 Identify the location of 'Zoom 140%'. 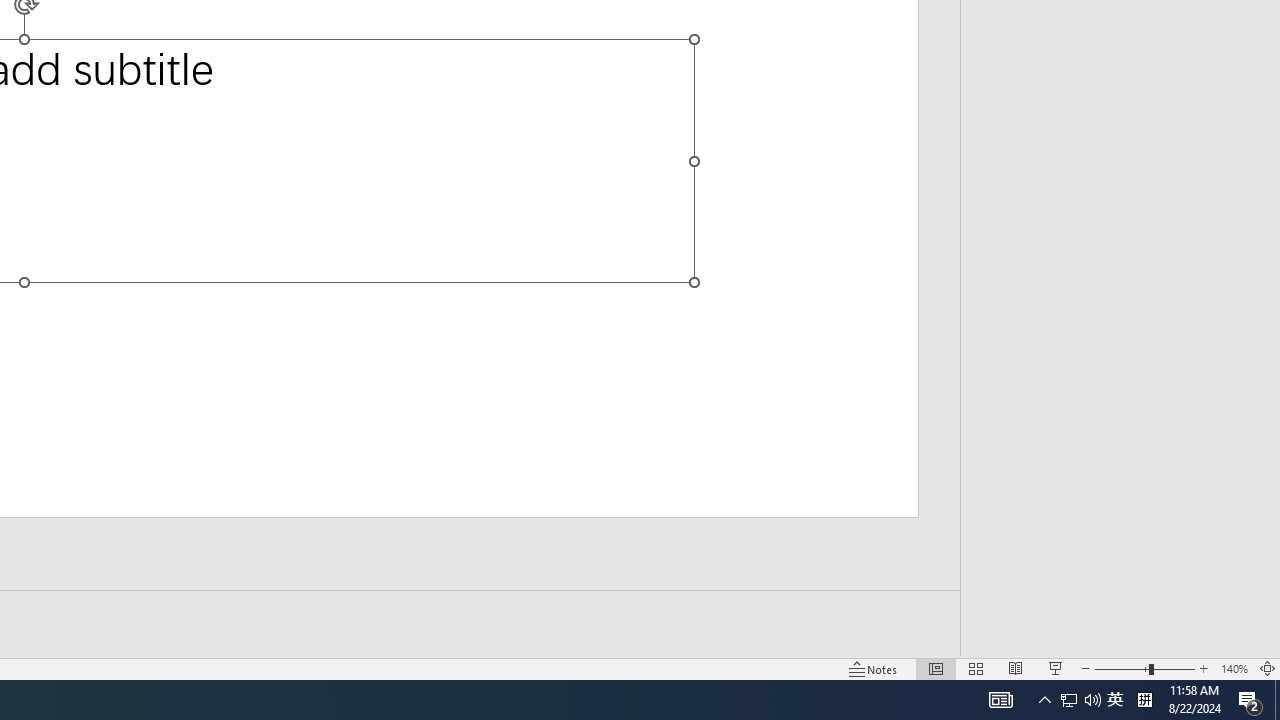
(1233, 669).